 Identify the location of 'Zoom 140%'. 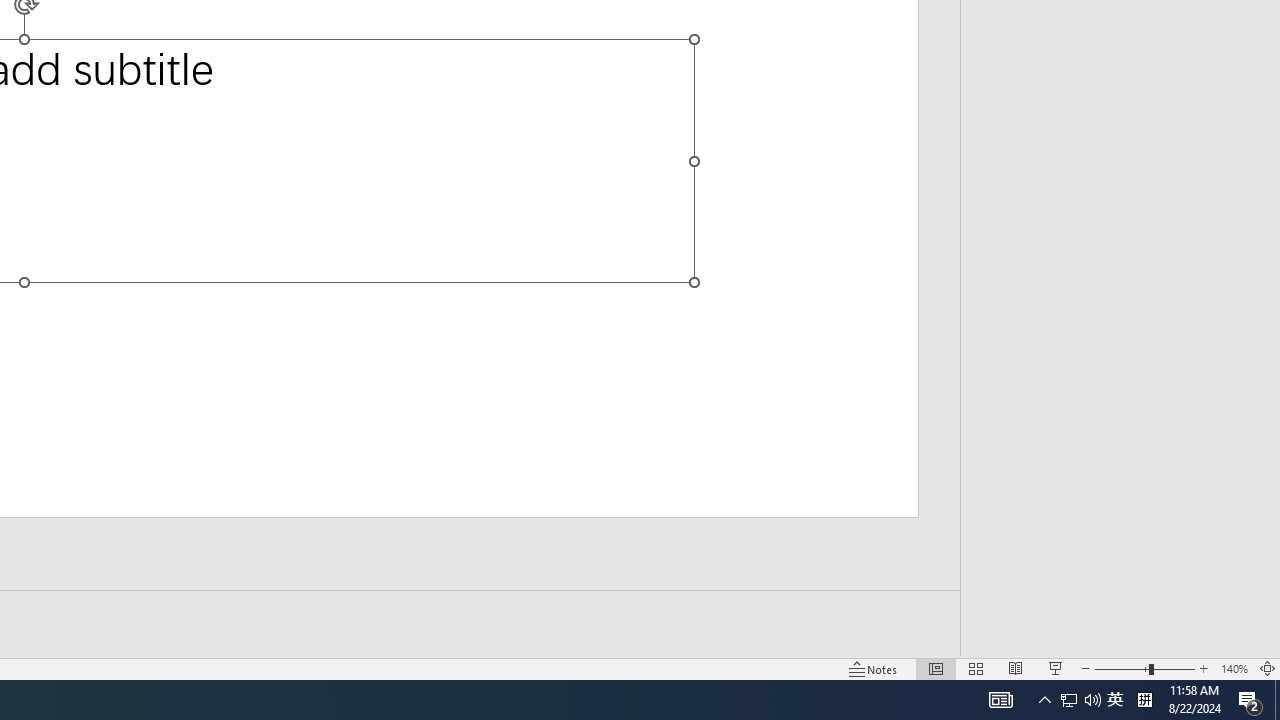
(1233, 669).